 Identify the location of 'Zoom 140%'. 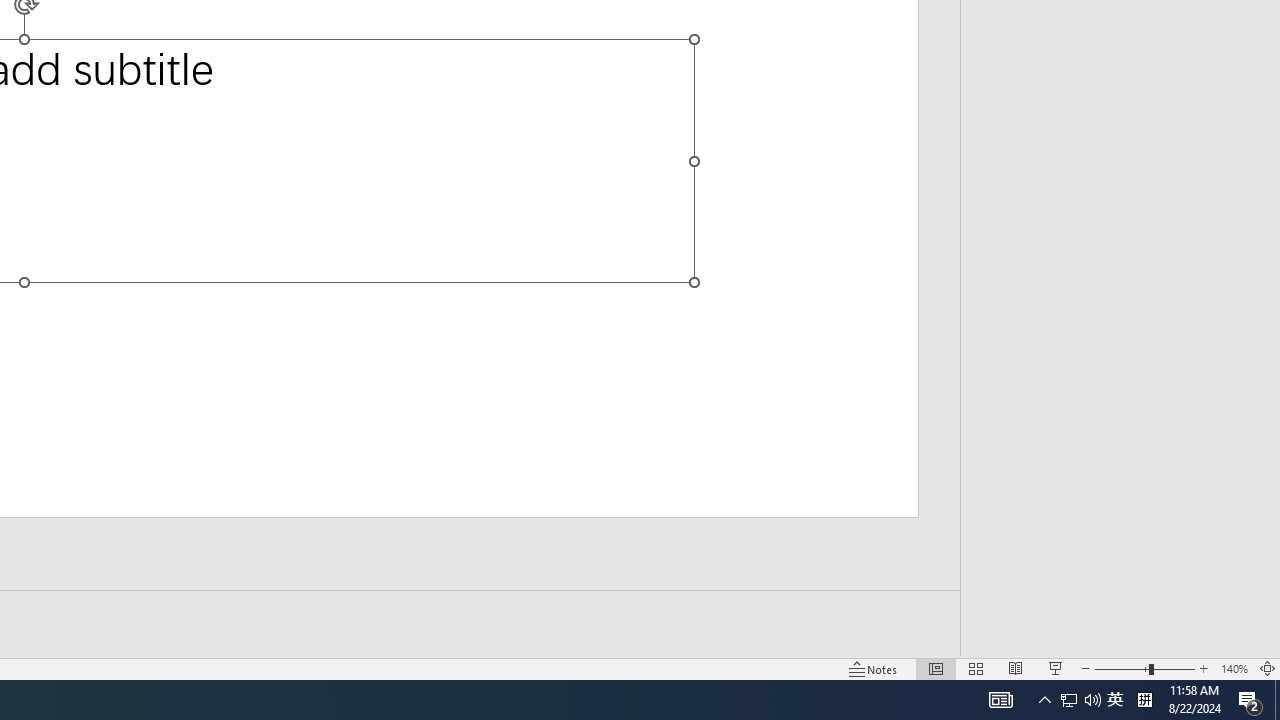
(1233, 669).